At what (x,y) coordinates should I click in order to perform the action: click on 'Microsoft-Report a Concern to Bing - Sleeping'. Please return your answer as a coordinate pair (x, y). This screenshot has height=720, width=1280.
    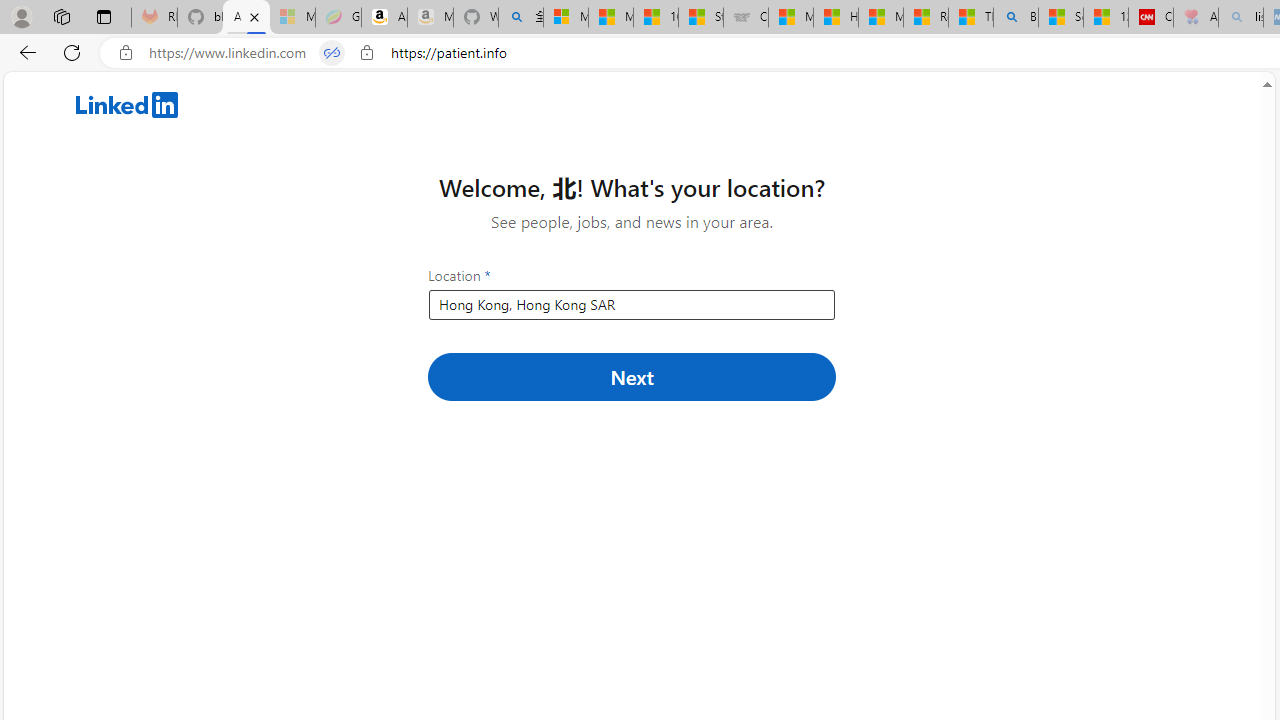
    Looking at the image, I should click on (291, 17).